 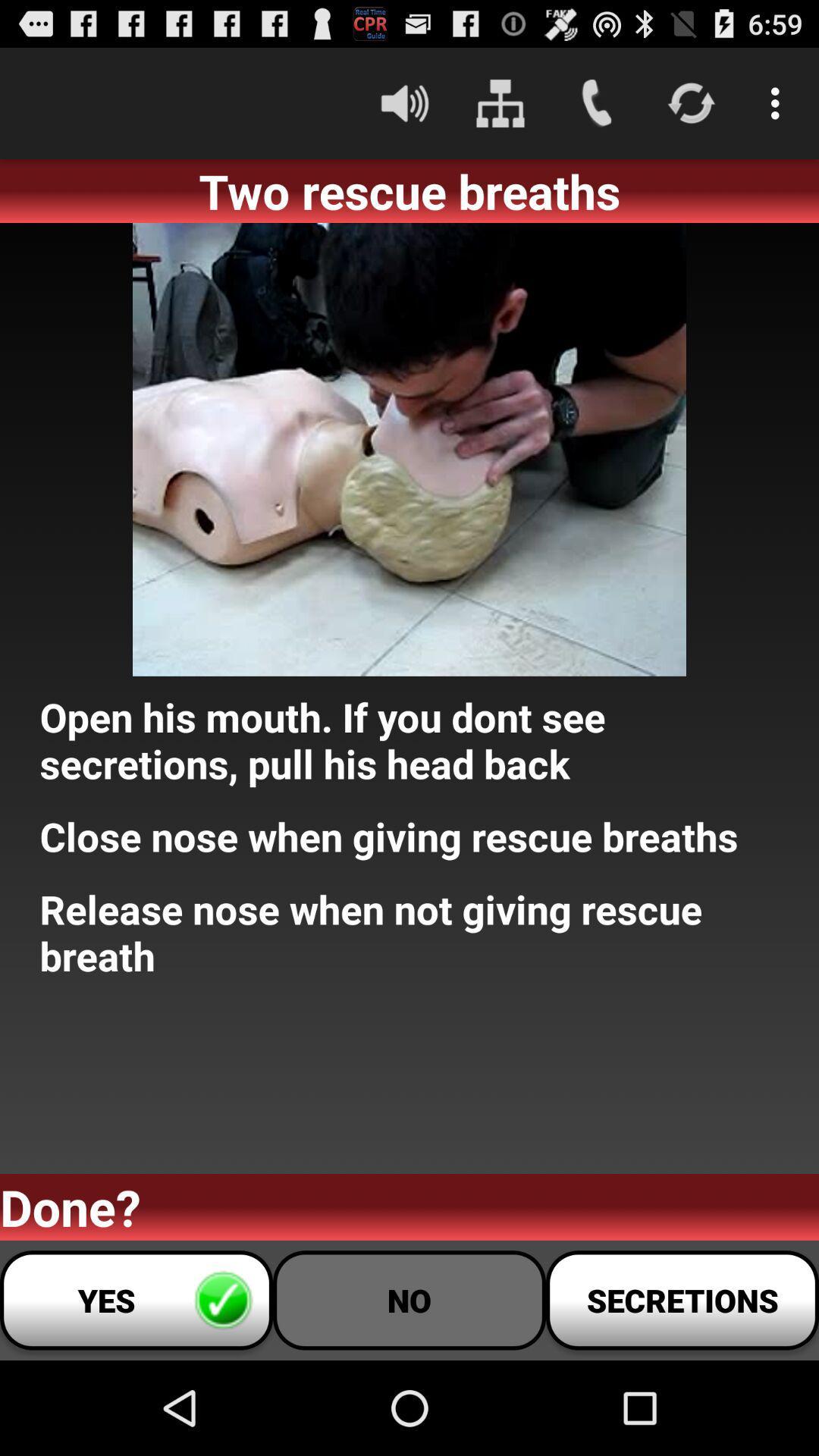 I want to click on icon below the done?, so click(x=409, y=1299).